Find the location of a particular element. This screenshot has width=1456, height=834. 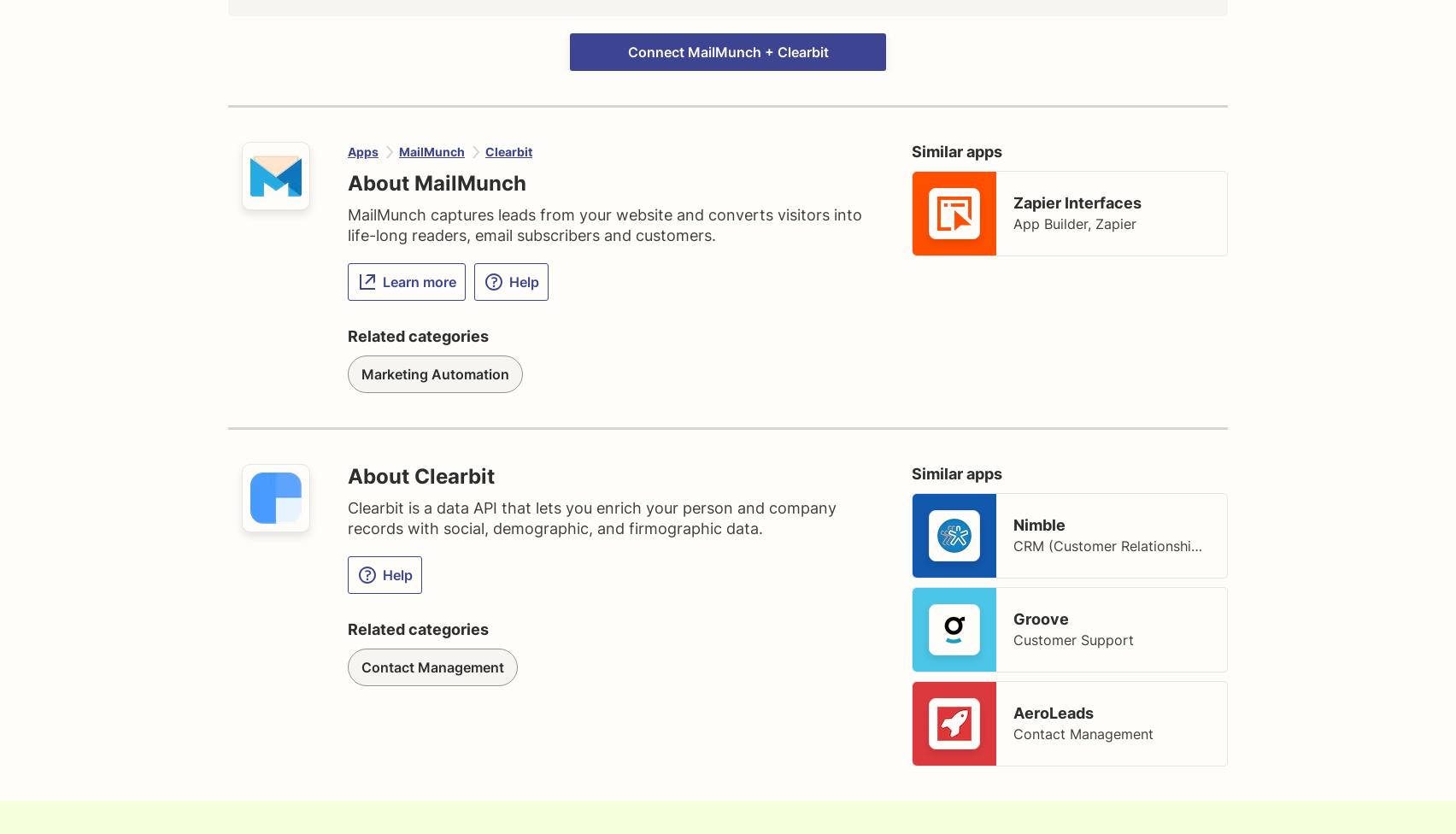

'Groove' is located at coordinates (1040, 618).